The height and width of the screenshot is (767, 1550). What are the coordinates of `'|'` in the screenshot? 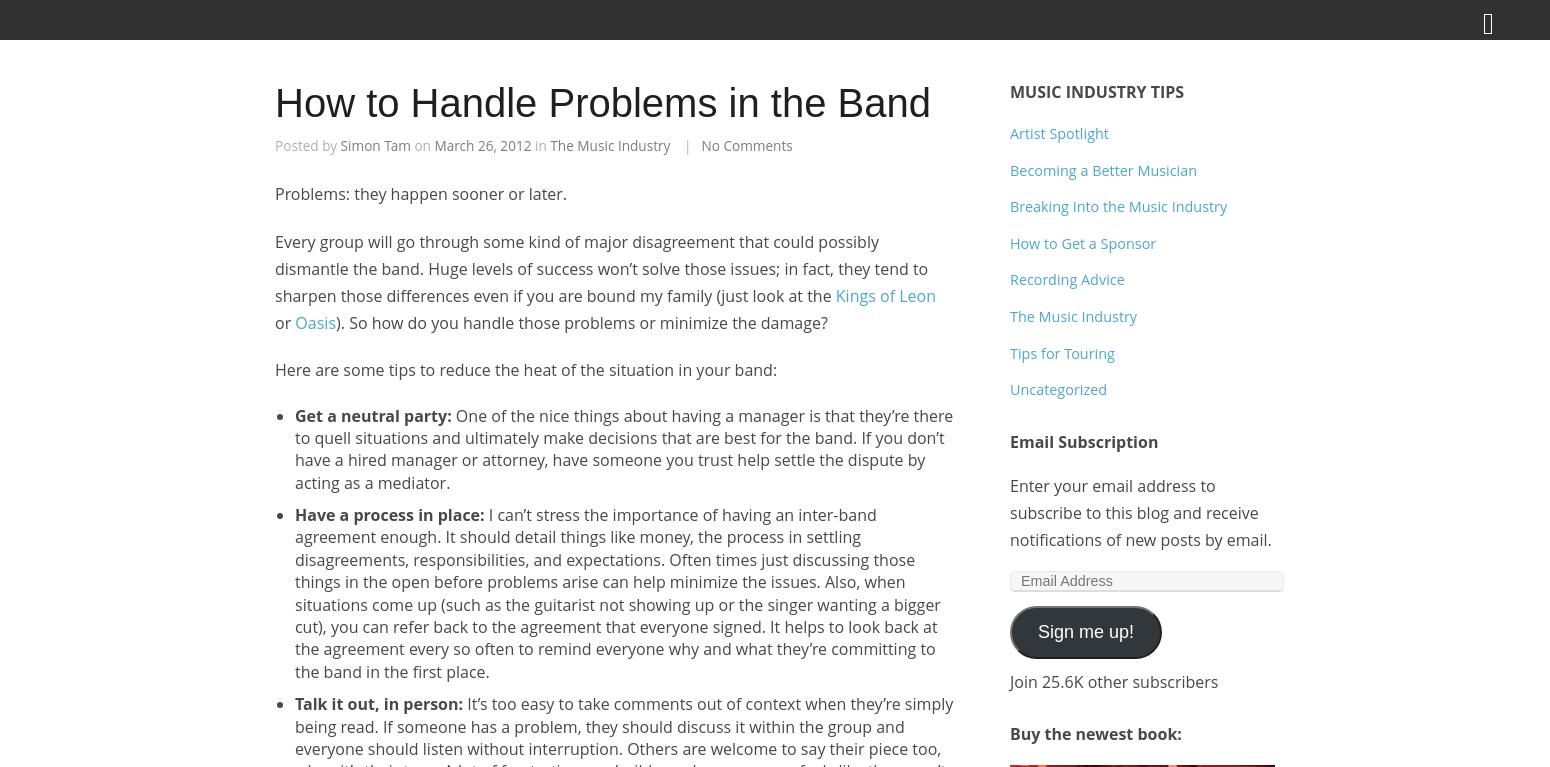 It's located at (685, 144).